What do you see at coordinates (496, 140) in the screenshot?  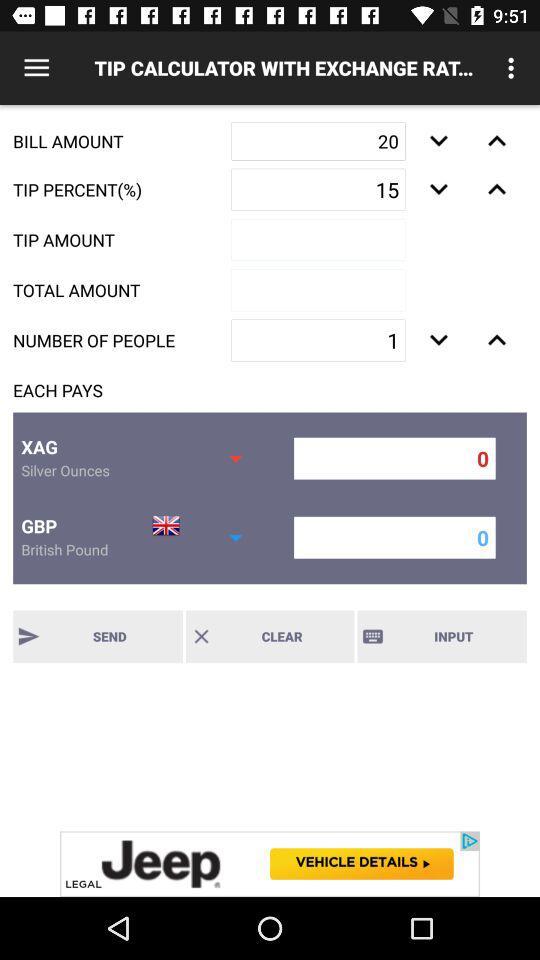 I see `increase` at bounding box center [496, 140].